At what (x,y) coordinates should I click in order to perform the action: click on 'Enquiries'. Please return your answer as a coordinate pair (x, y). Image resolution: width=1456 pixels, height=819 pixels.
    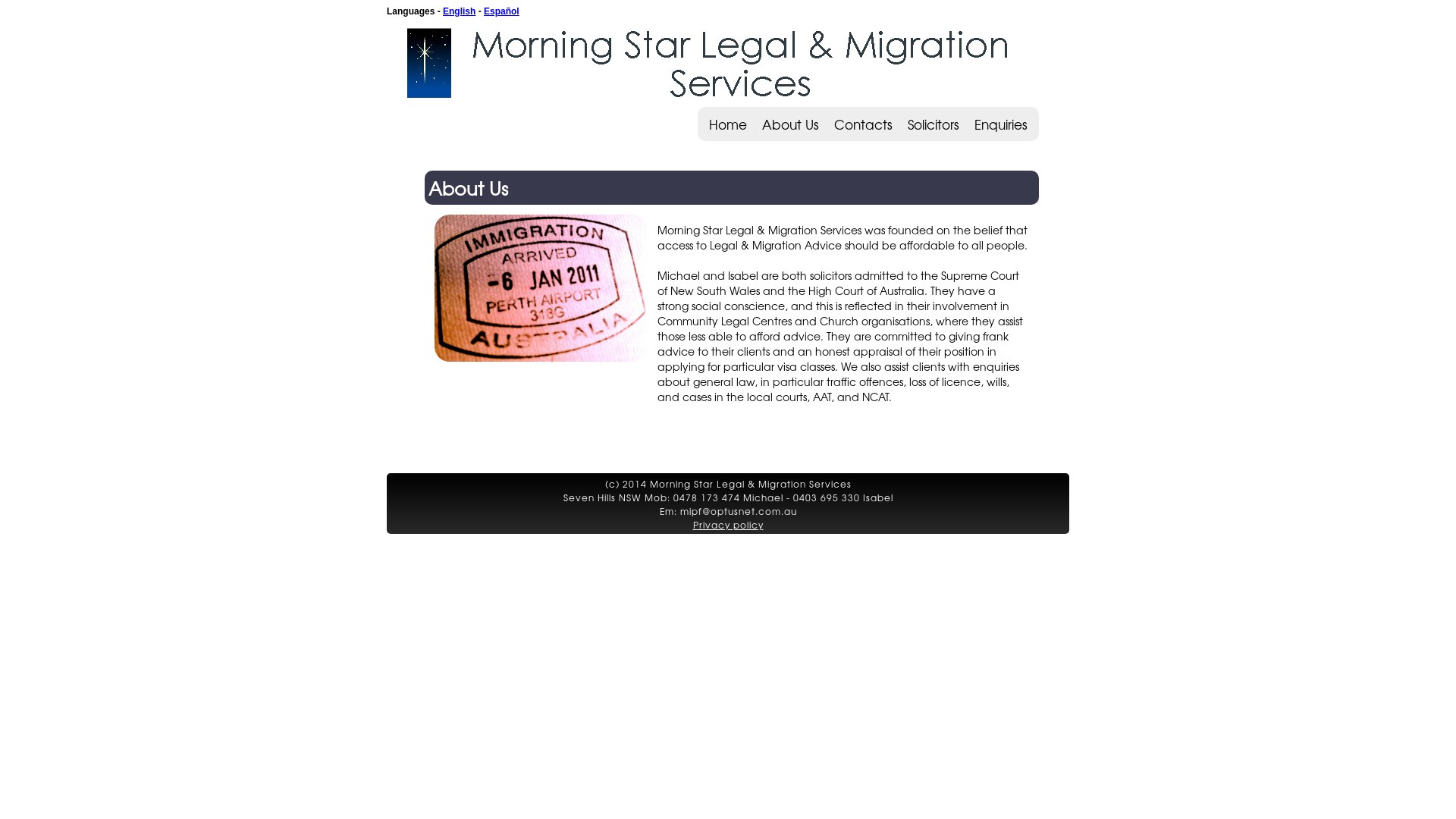
    Looking at the image, I should click on (966, 123).